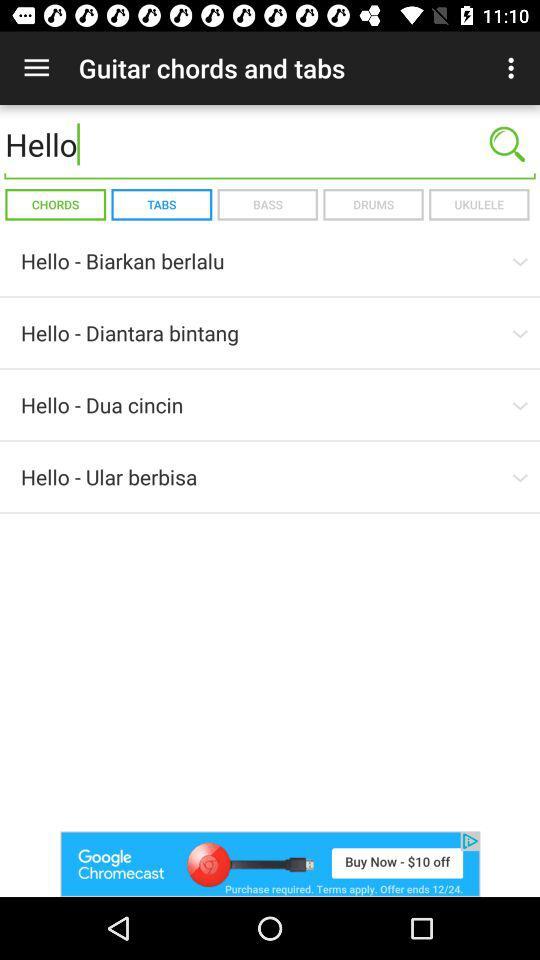 This screenshot has height=960, width=540. I want to click on search button, so click(507, 143).